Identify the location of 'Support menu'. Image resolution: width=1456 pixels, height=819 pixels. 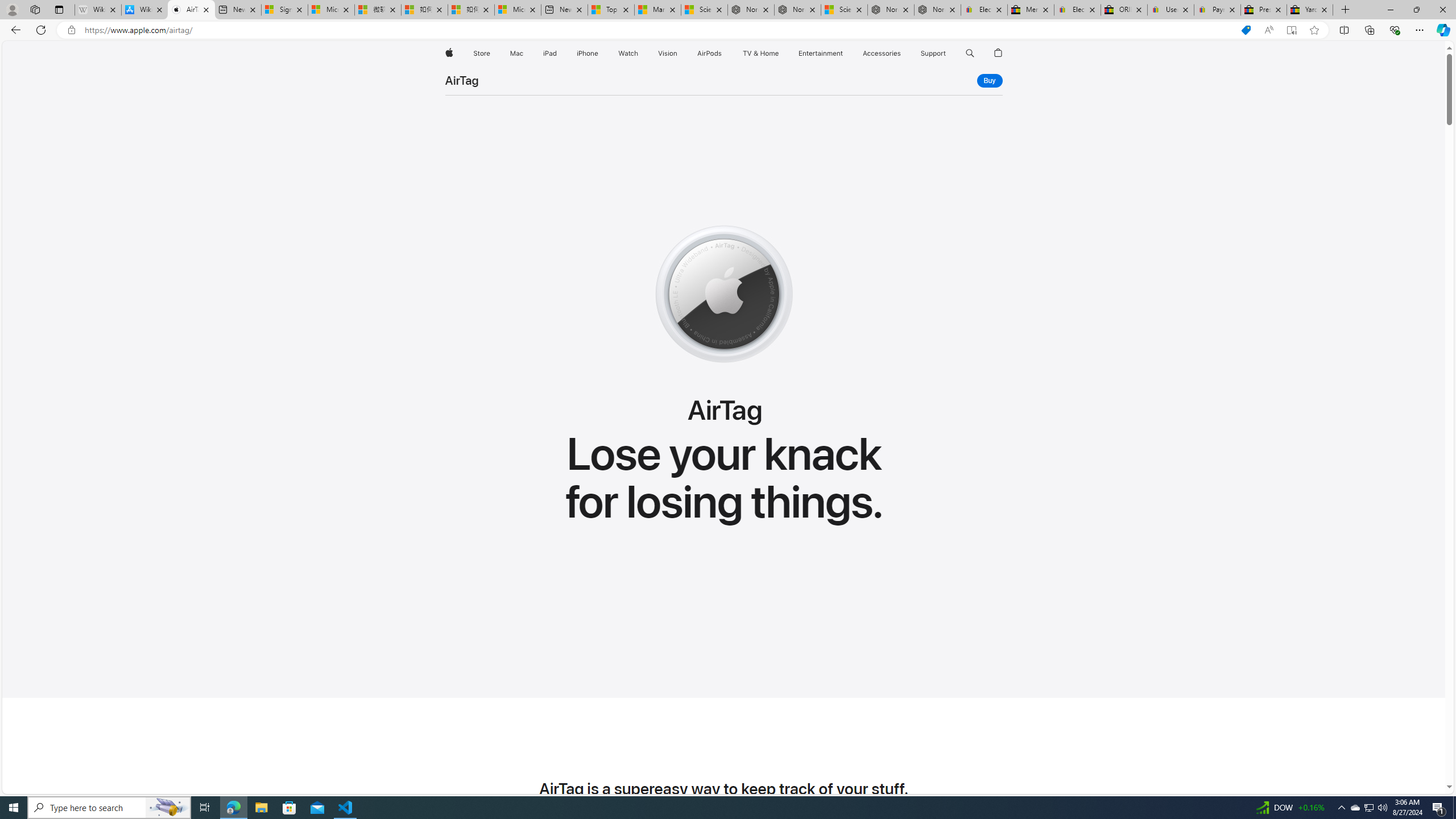
(948, 53).